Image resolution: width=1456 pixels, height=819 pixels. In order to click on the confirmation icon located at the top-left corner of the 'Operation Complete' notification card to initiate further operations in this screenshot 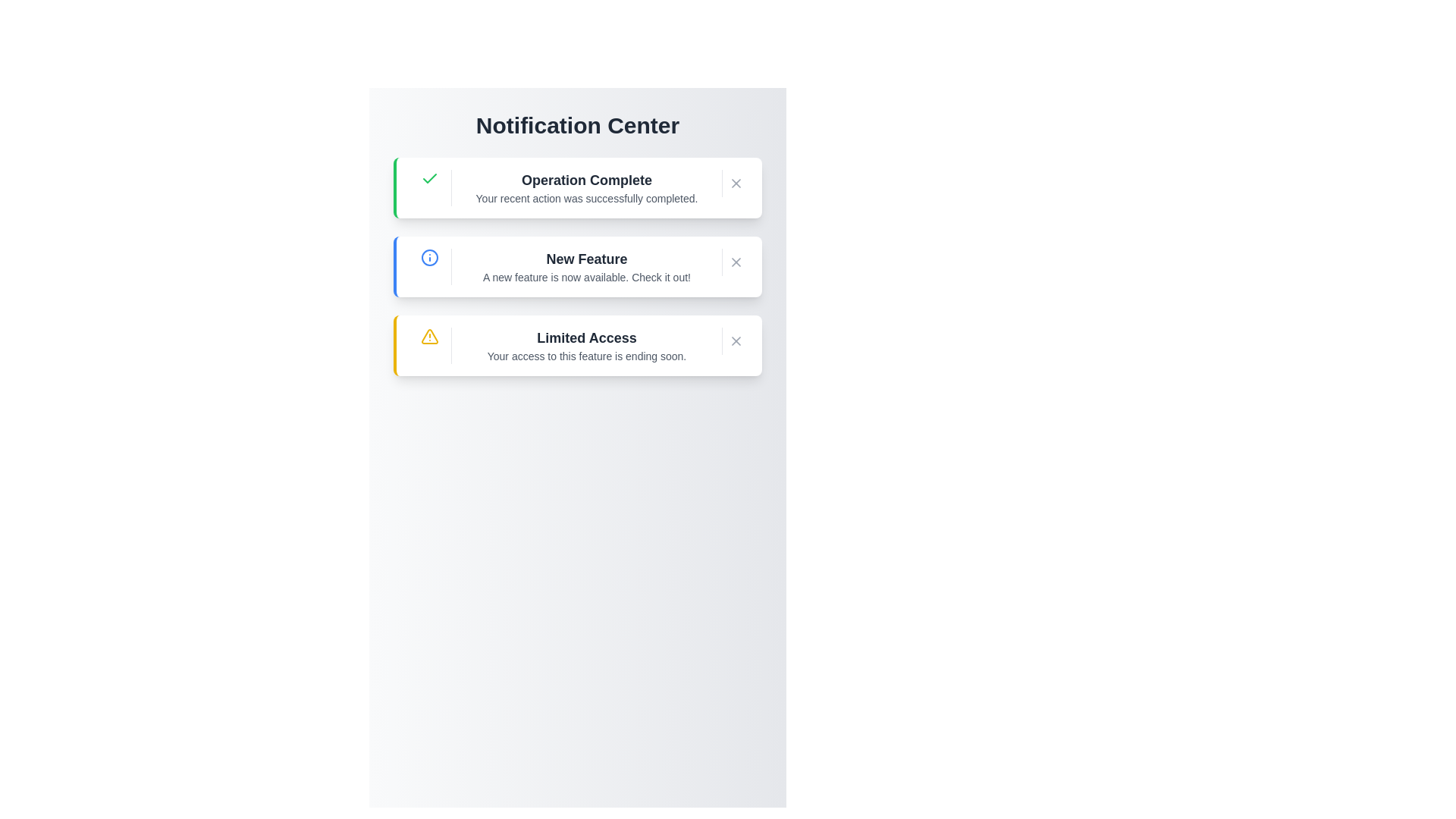, I will do `click(428, 177)`.